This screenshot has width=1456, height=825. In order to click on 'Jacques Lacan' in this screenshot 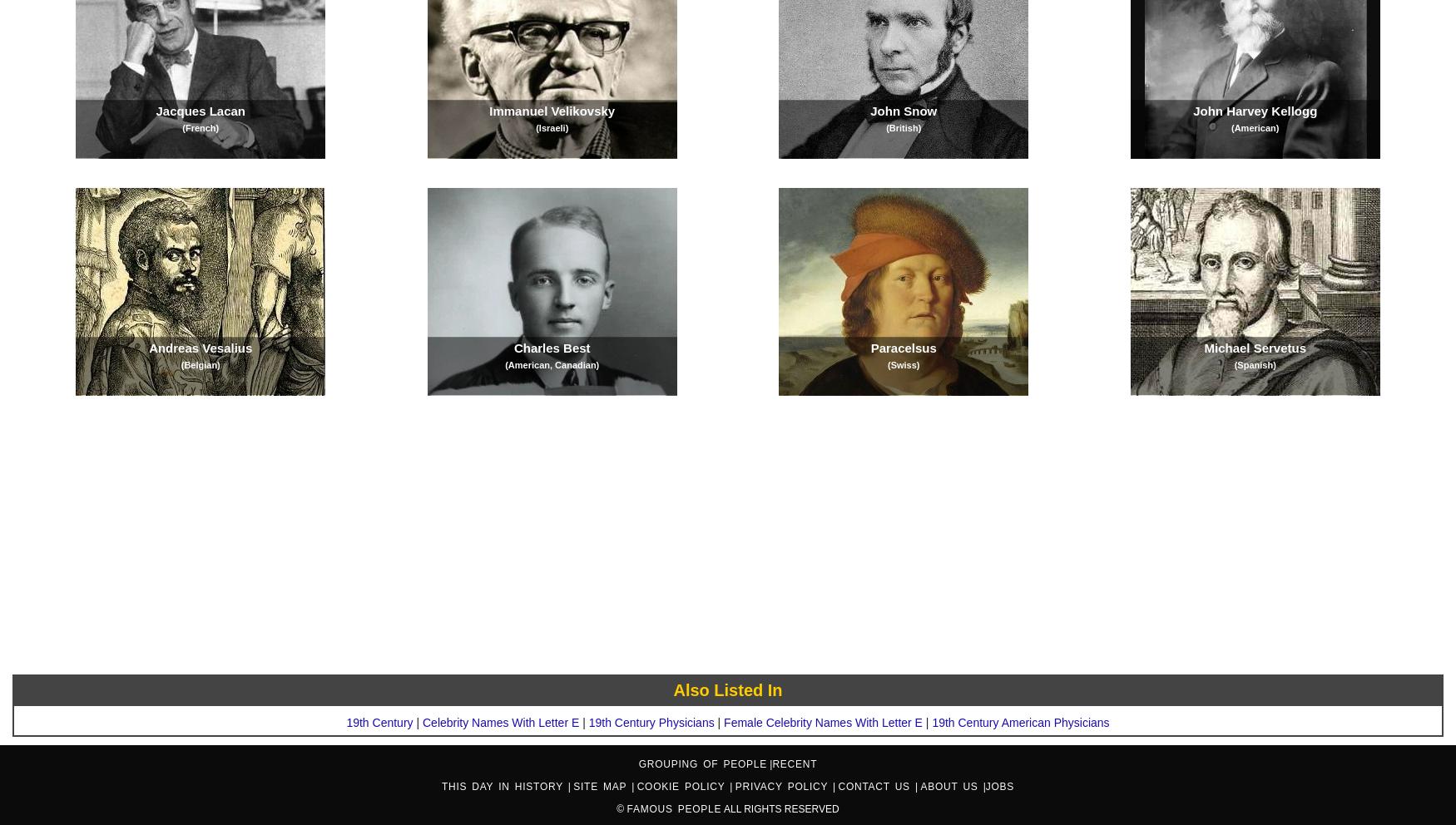, I will do `click(155, 111)`.